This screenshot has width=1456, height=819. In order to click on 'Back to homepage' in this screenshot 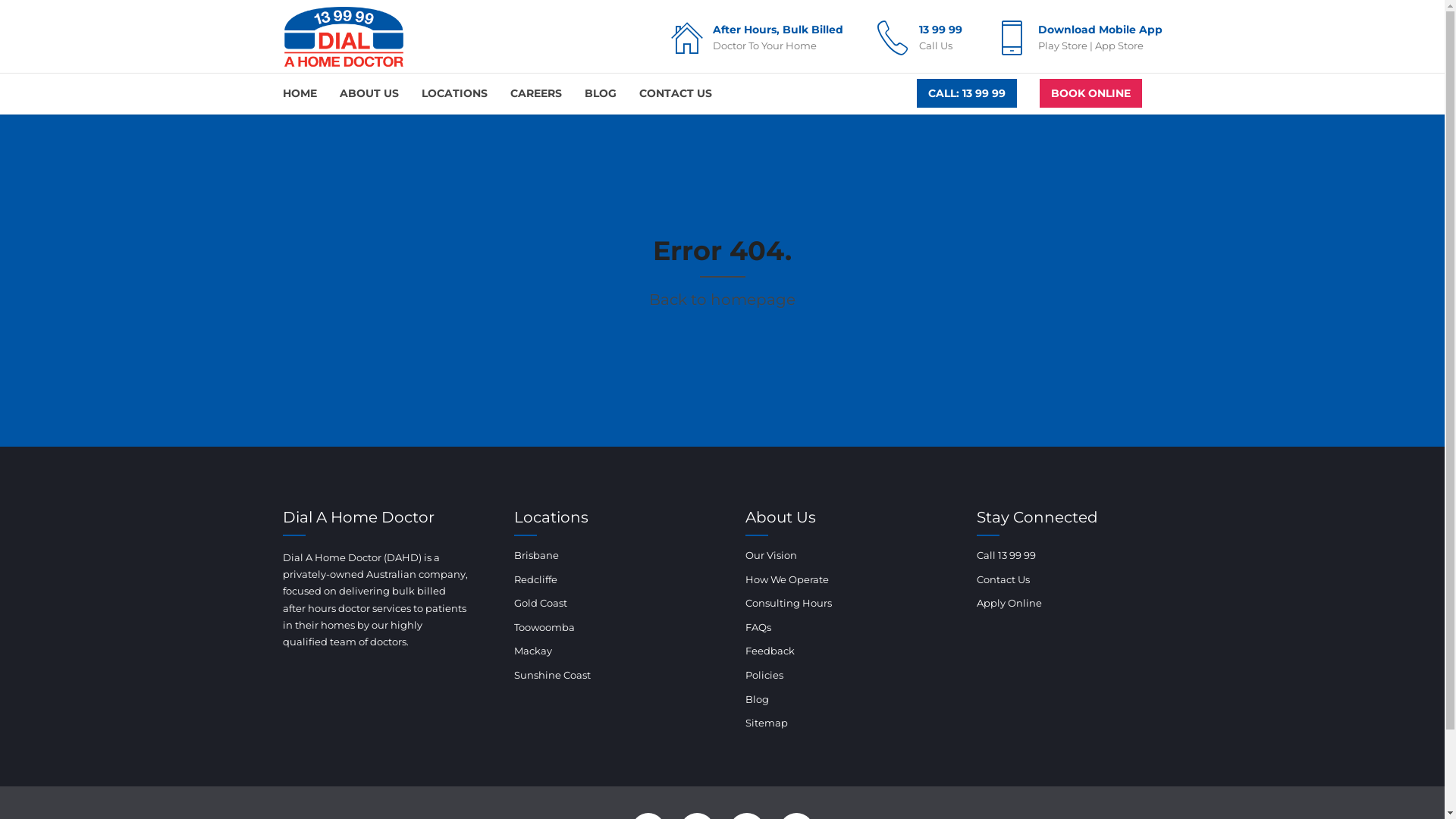, I will do `click(721, 300)`.